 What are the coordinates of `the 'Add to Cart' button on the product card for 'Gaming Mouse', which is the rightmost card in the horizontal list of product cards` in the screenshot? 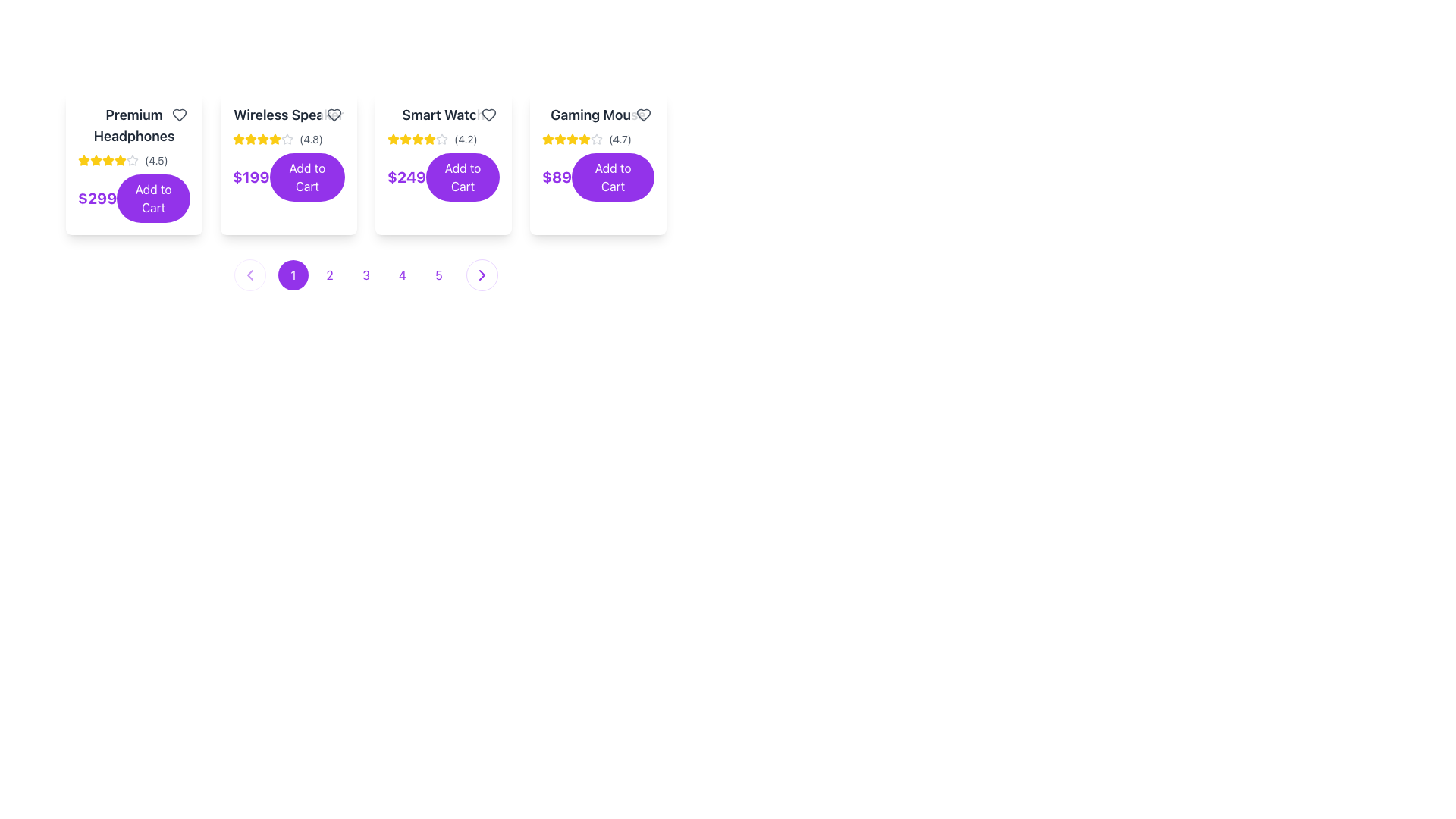 It's located at (597, 152).